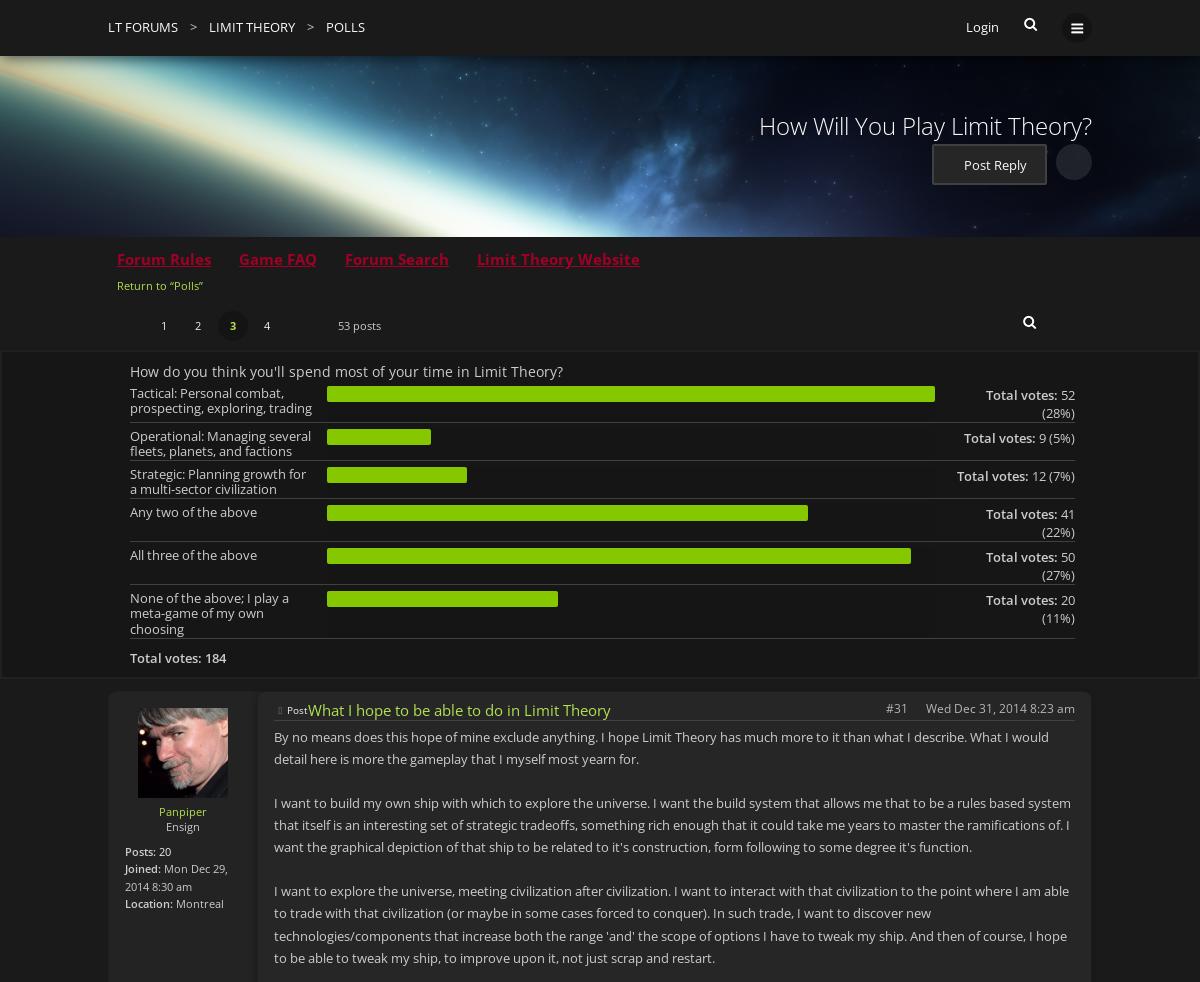  What do you see at coordinates (1067, 598) in the screenshot?
I see `'20'` at bounding box center [1067, 598].